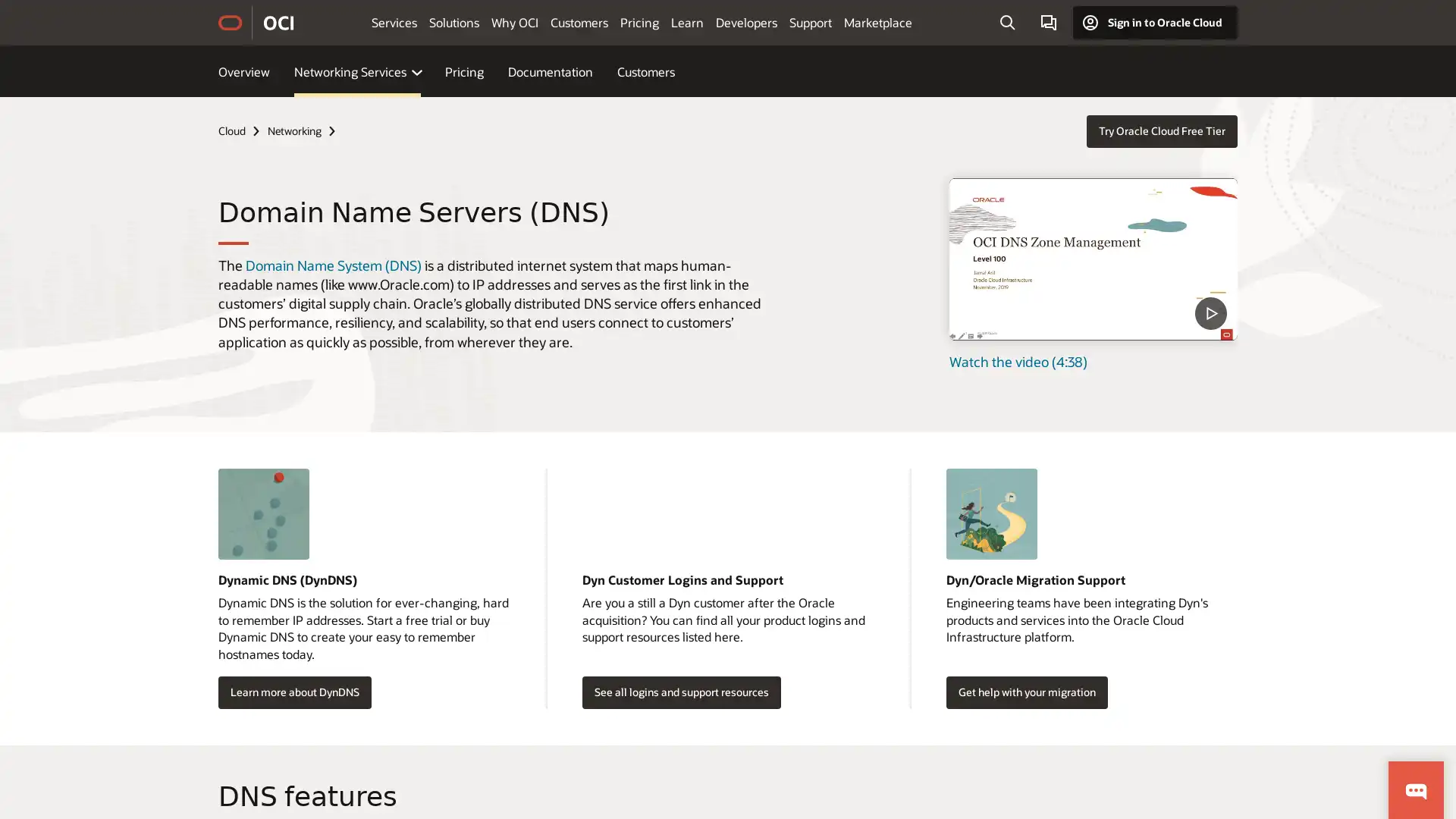 The height and width of the screenshot is (819, 1456). Describe the element at coordinates (394, 22) in the screenshot. I see `Services` at that location.